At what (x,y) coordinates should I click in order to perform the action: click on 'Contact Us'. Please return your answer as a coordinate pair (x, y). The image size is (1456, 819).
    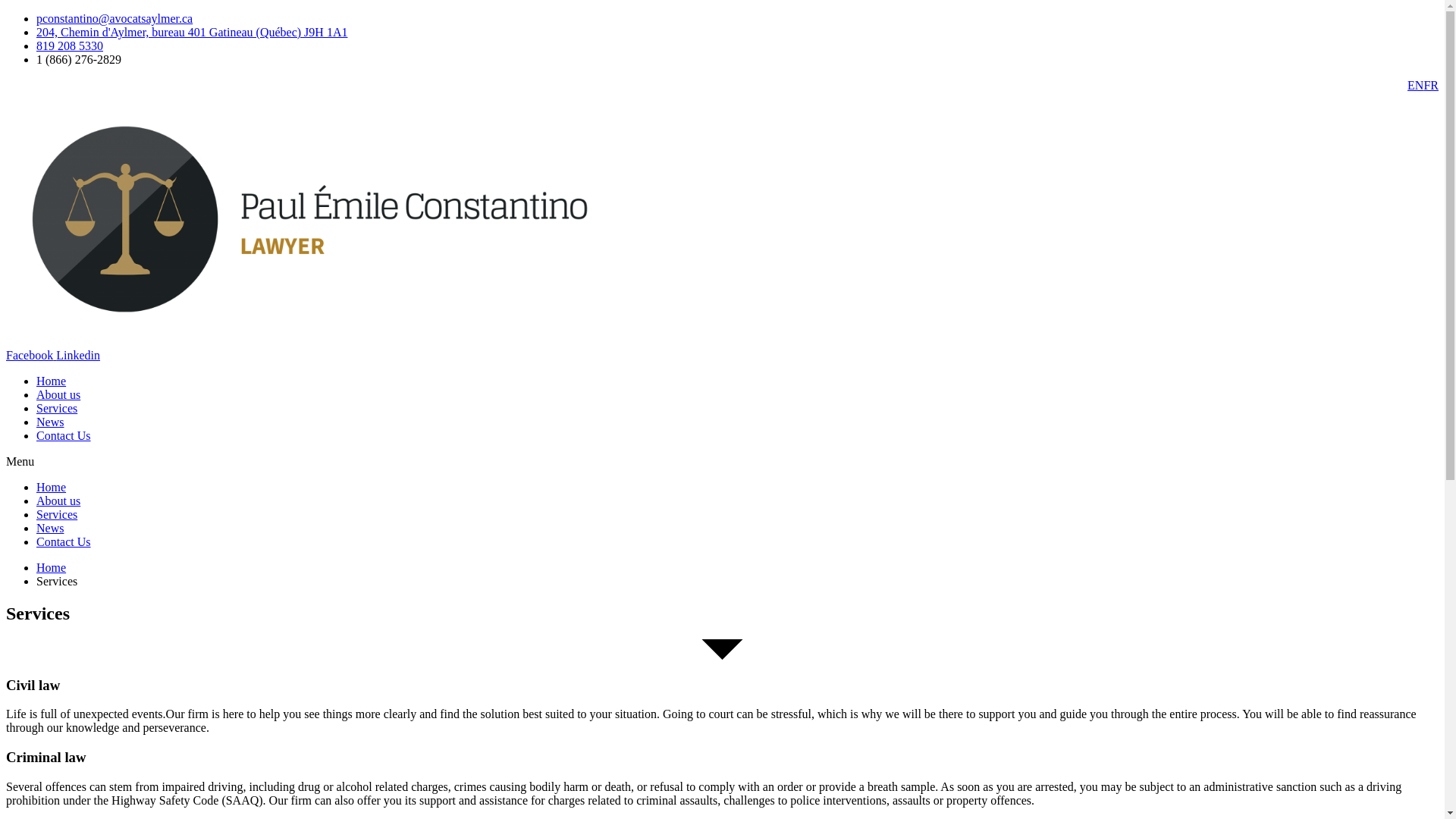
    Looking at the image, I should click on (62, 435).